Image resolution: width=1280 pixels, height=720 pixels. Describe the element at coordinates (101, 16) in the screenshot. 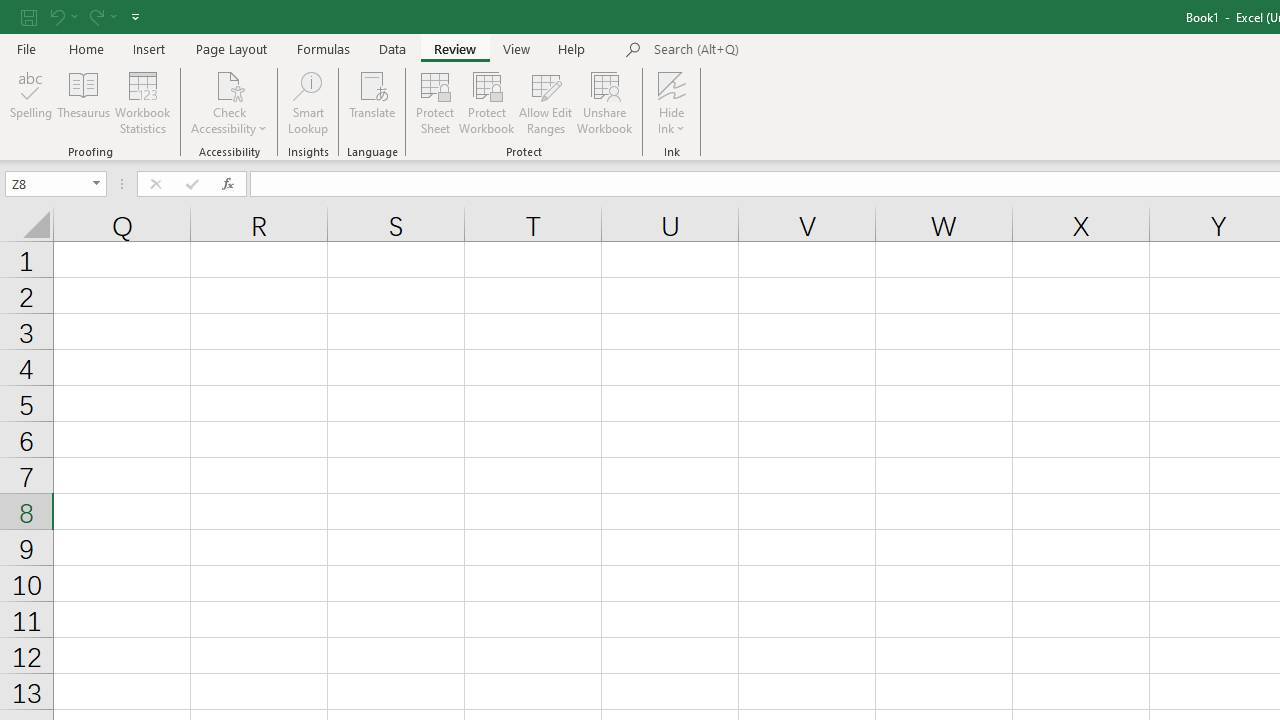

I see `'Redo'` at that location.